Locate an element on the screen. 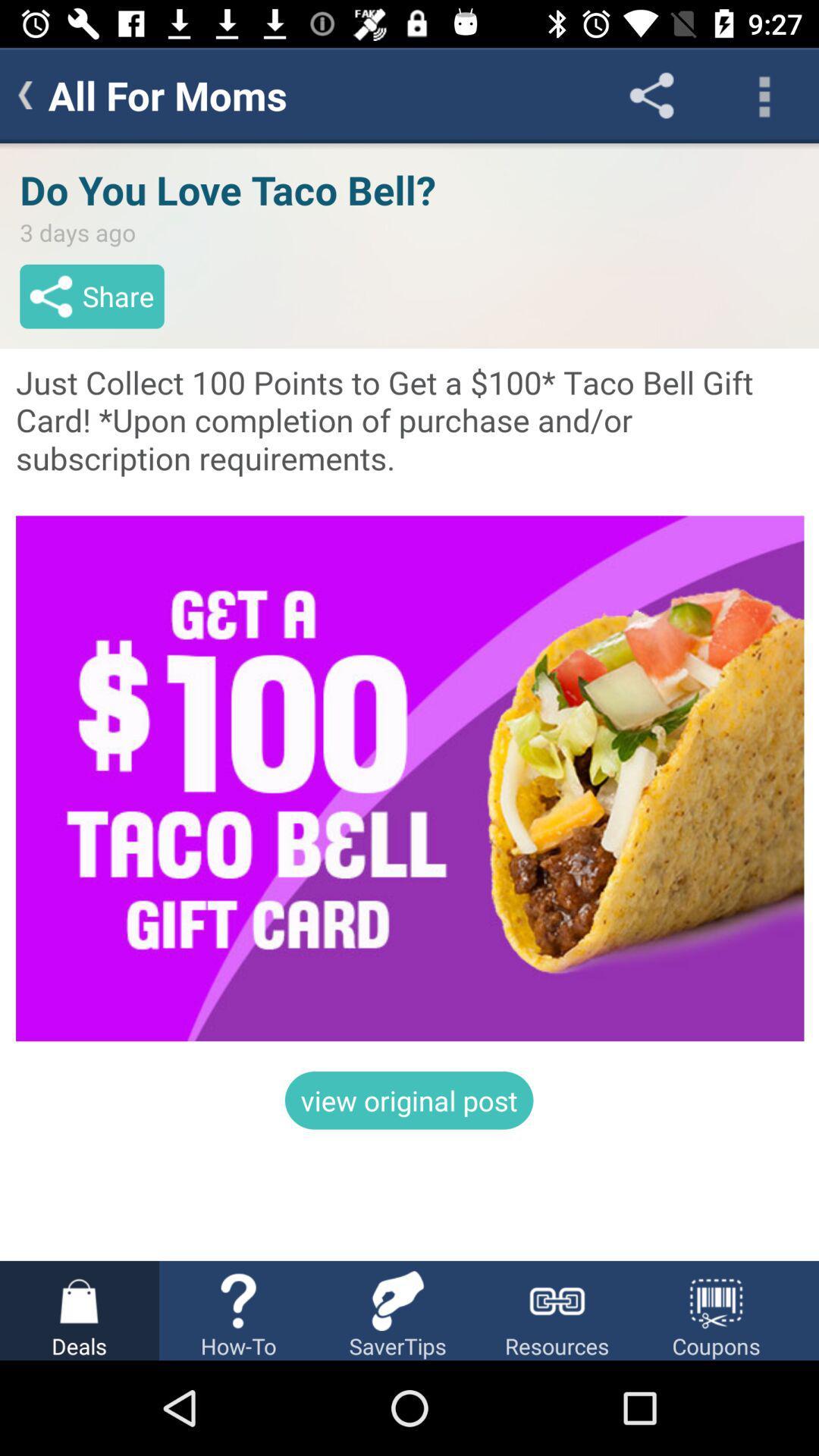 The image size is (819, 1456). the icon left to the icon howto is located at coordinates (79, 1300).